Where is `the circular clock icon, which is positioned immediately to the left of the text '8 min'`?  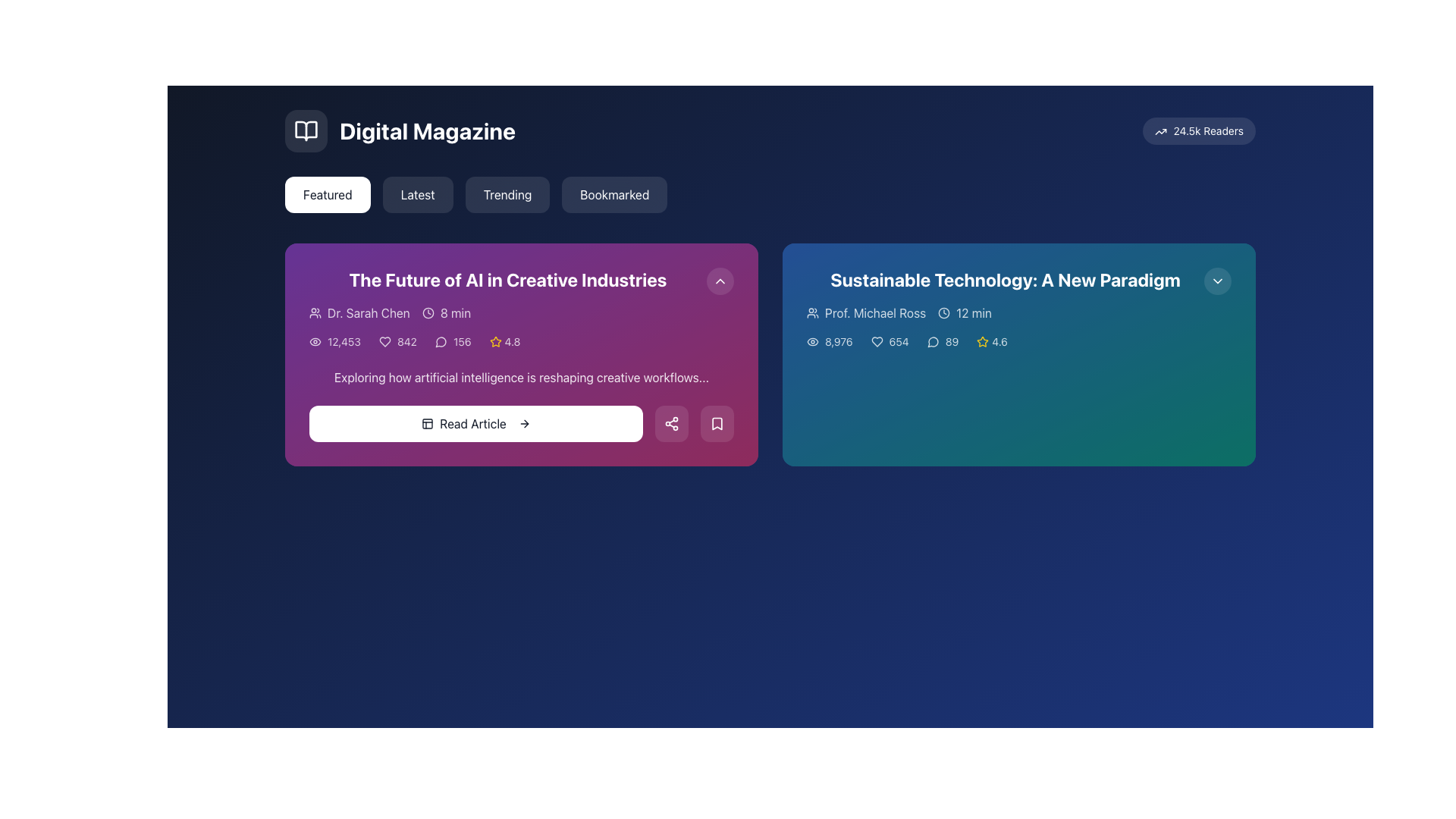
the circular clock icon, which is positioned immediately to the left of the text '8 min' is located at coordinates (427, 312).